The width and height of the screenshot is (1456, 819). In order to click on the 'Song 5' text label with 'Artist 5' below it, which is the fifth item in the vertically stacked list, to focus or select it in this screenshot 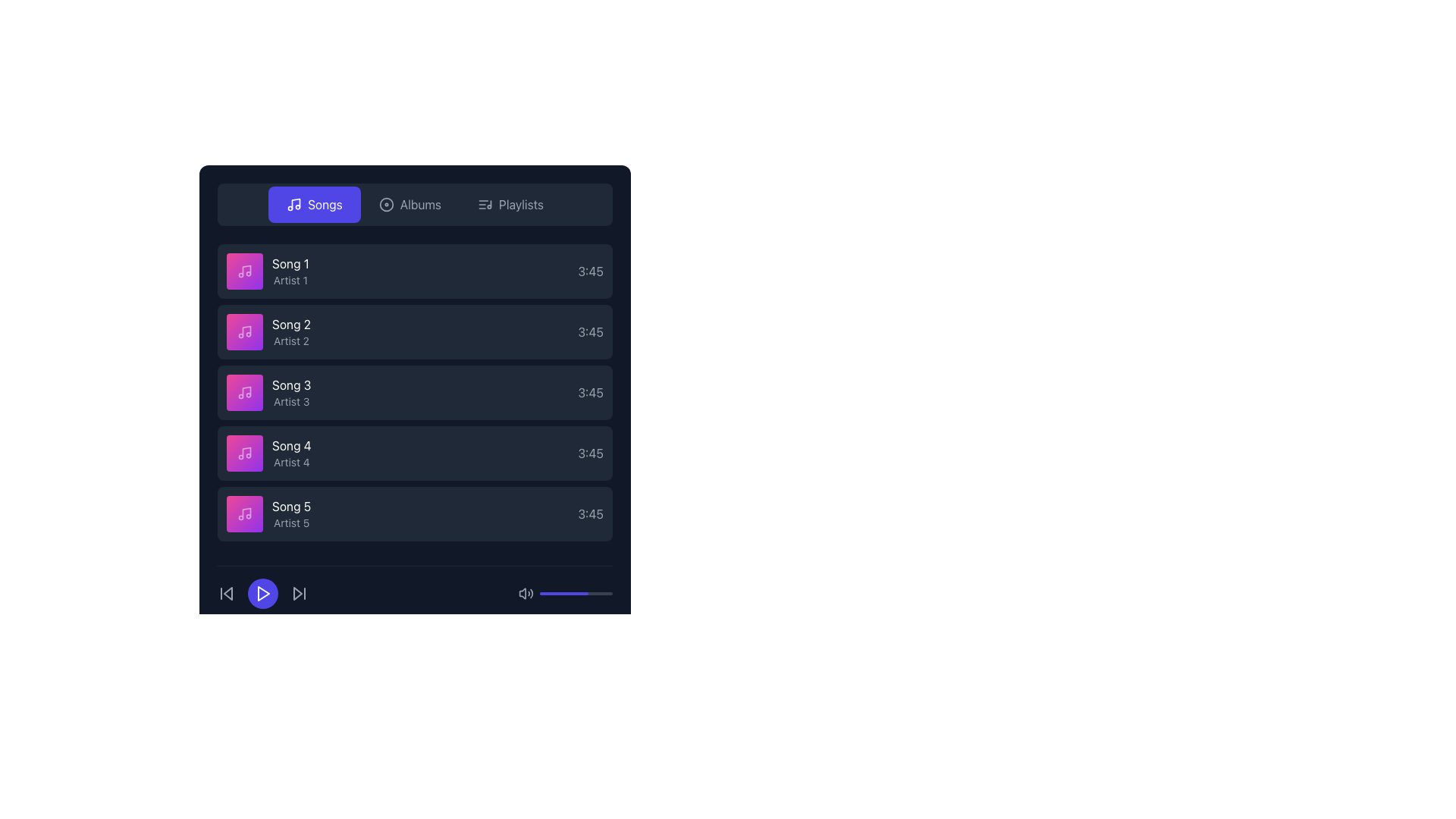, I will do `click(291, 513)`.